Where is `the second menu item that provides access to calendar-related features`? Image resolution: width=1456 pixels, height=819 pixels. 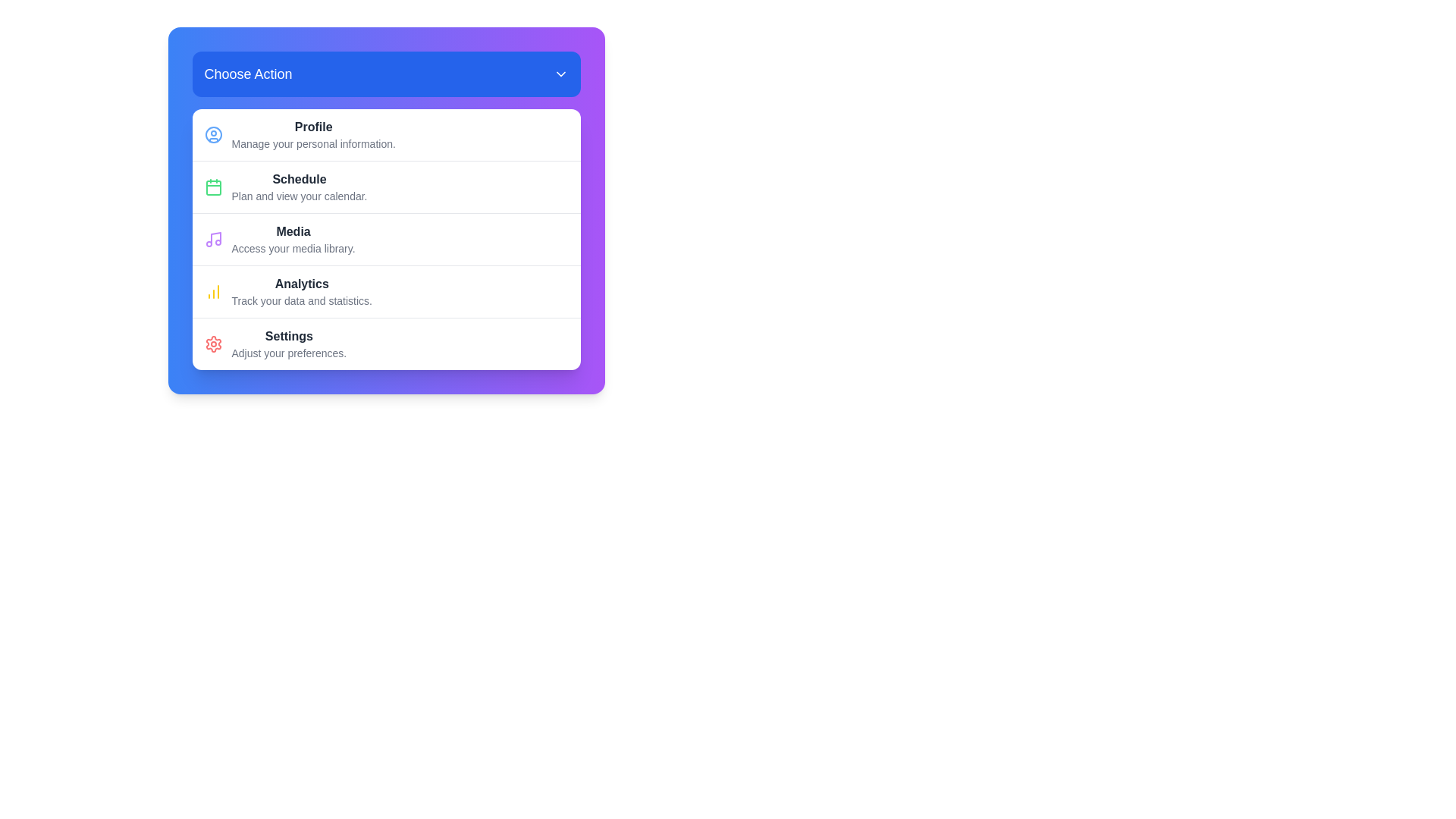
the second menu item that provides access to calendar-related features is located at coordinates (386, 186).